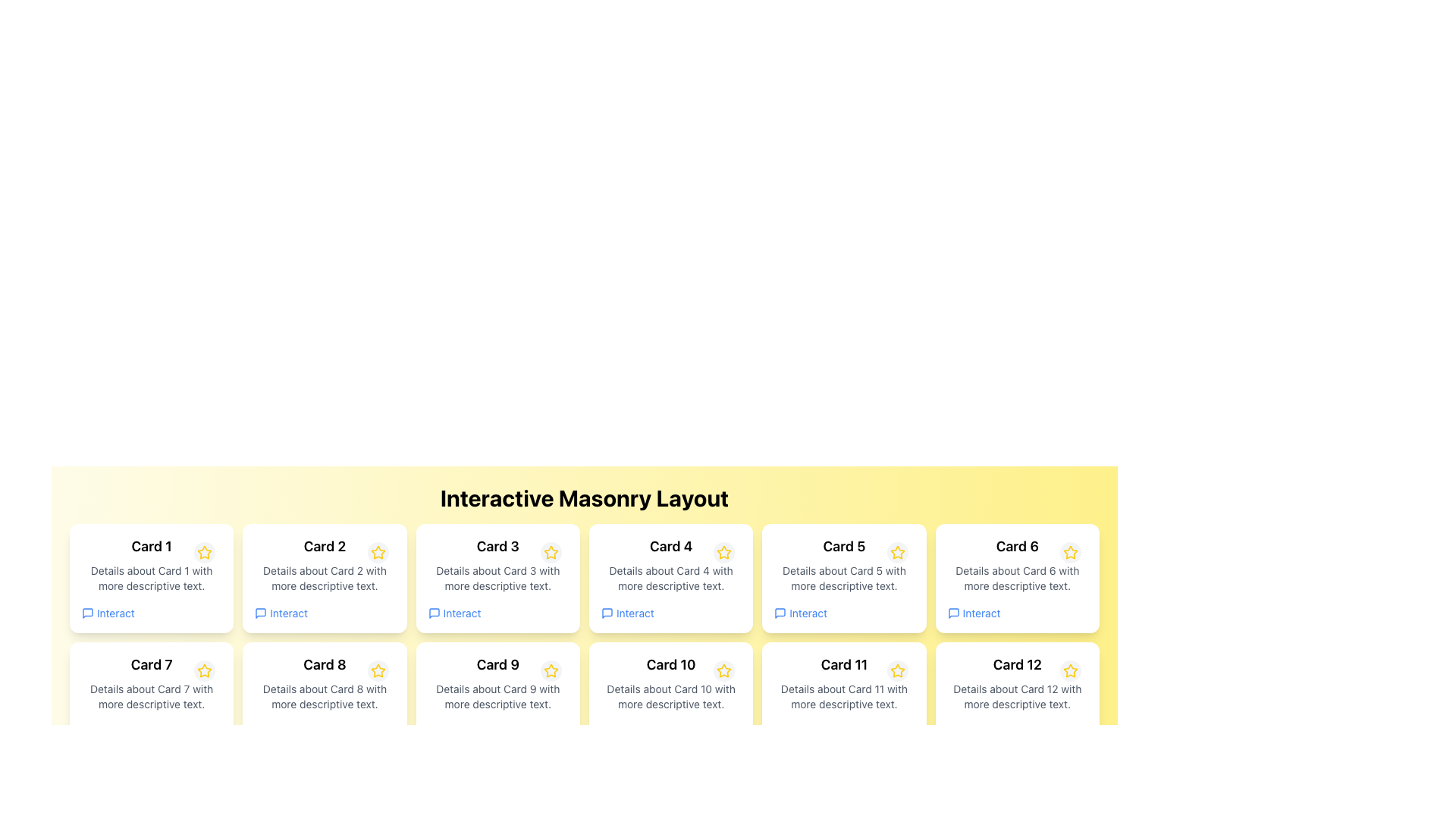 Image resolution: width=1456 pixels, height=819 pixels. Describe the element at coordinates (107, 613) in the screenshot. I see `the 'Interact' text link with icon, styled in blue, located` at that location.